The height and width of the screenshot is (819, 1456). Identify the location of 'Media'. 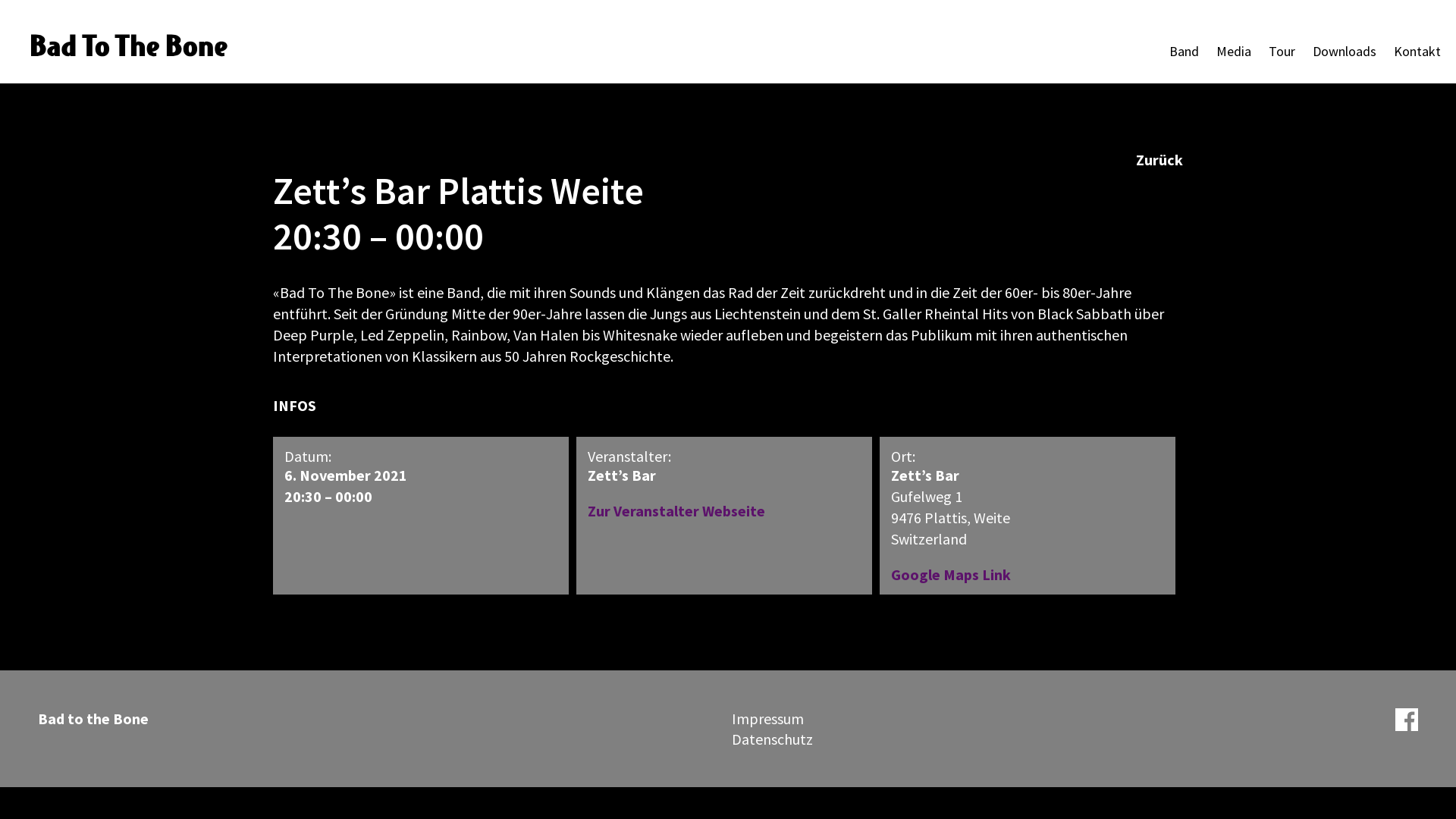
(1234, 51).